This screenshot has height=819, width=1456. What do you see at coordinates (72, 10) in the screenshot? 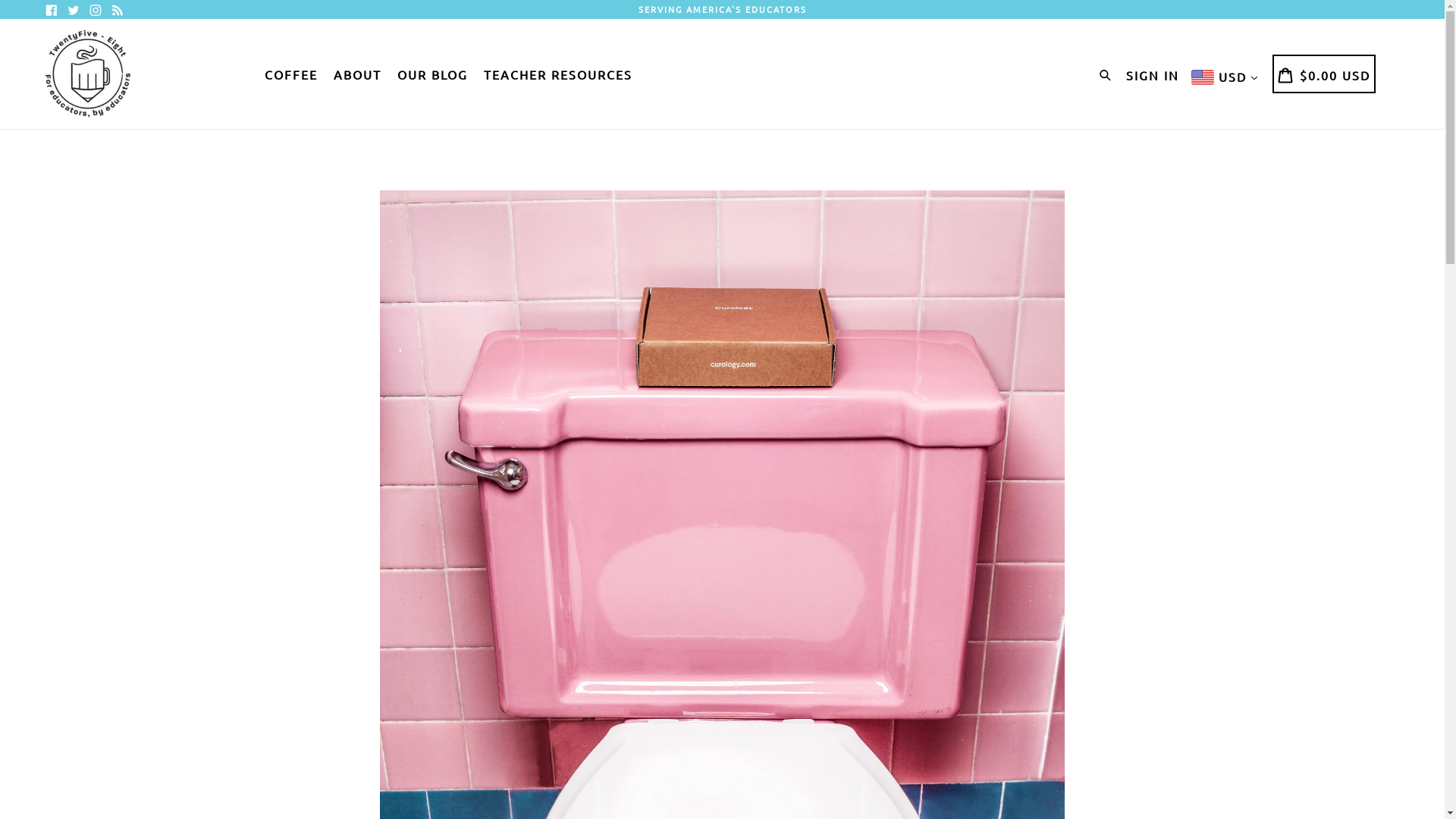
I see `'Twitter'` at bounding box center [72, 10].